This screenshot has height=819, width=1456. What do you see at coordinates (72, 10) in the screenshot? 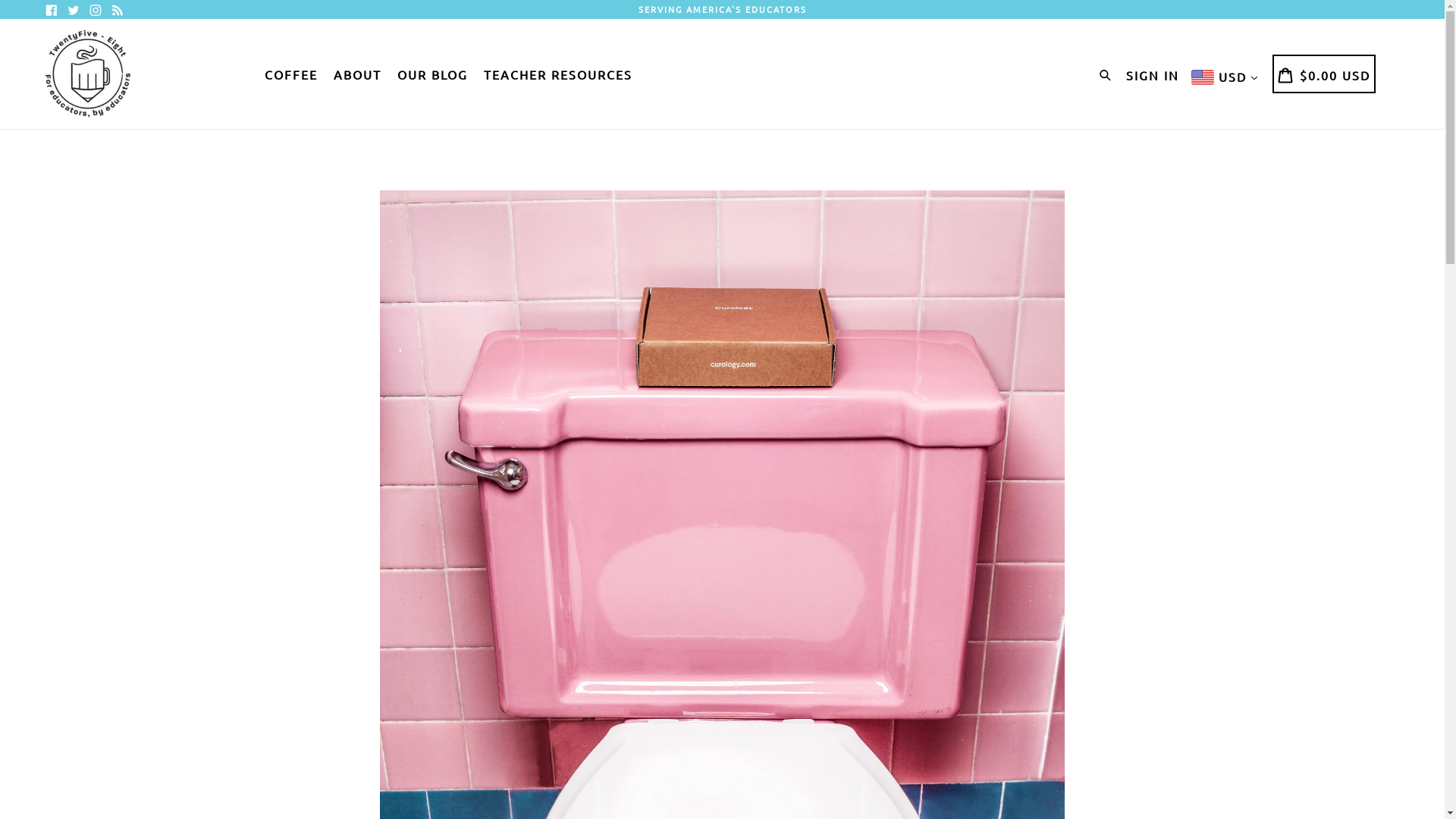
I see `'Twitter'` at bounding box center [72, 10].